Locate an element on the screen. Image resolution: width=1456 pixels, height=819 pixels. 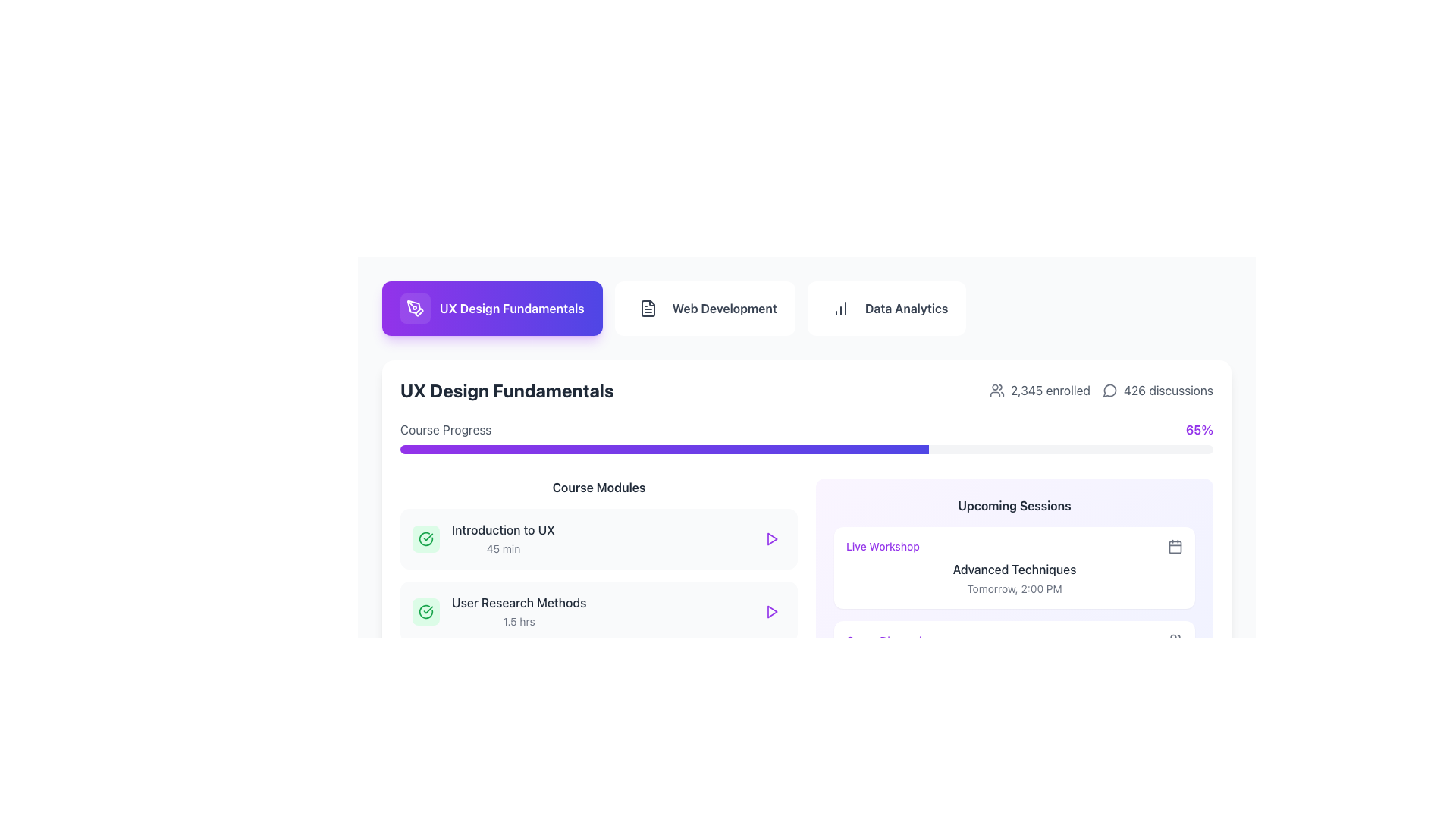
the second button in the horizontal row is located at coordinates (704, 308).